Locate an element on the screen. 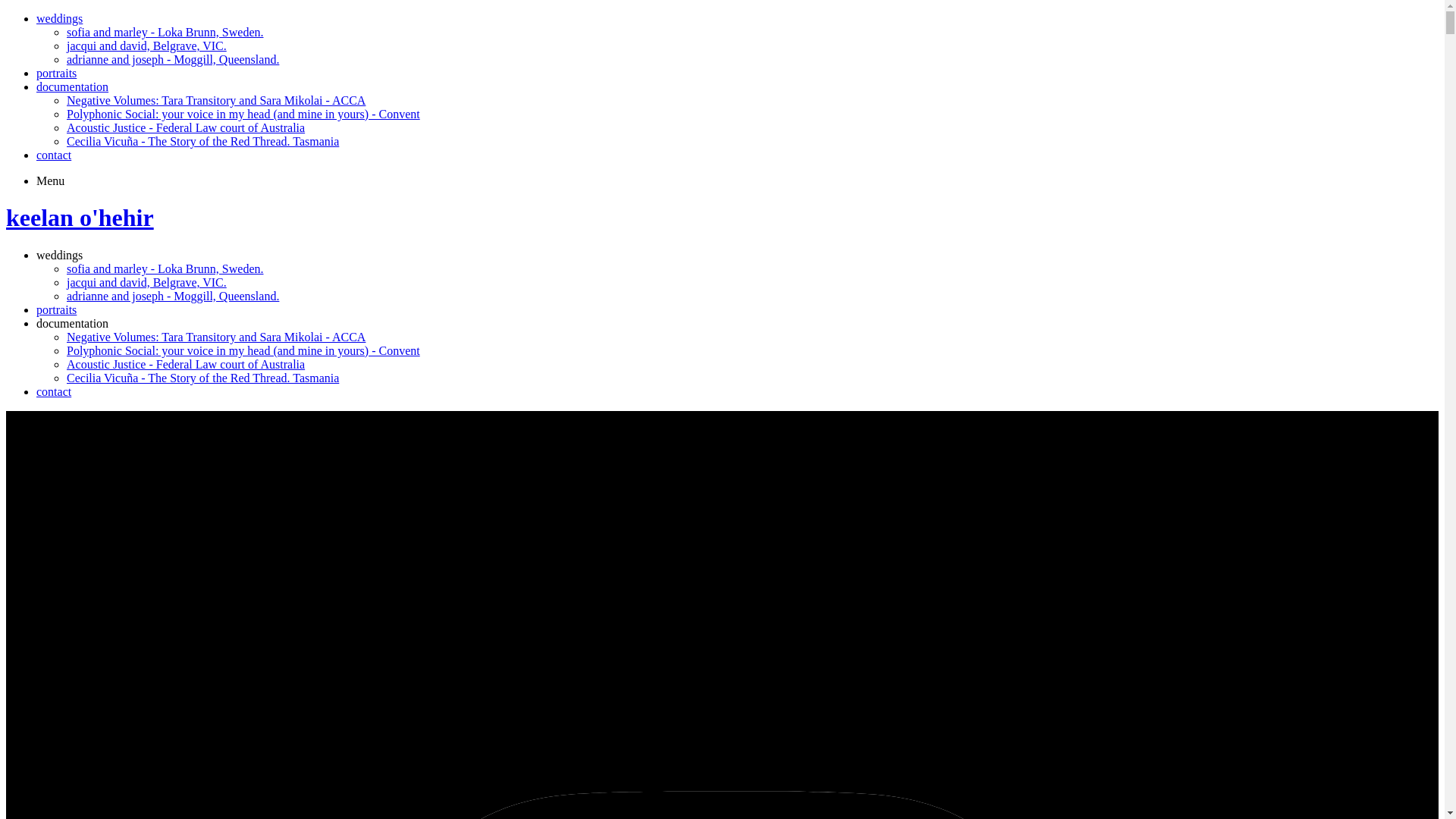  'documentation' is located at coordinates (71, 86).